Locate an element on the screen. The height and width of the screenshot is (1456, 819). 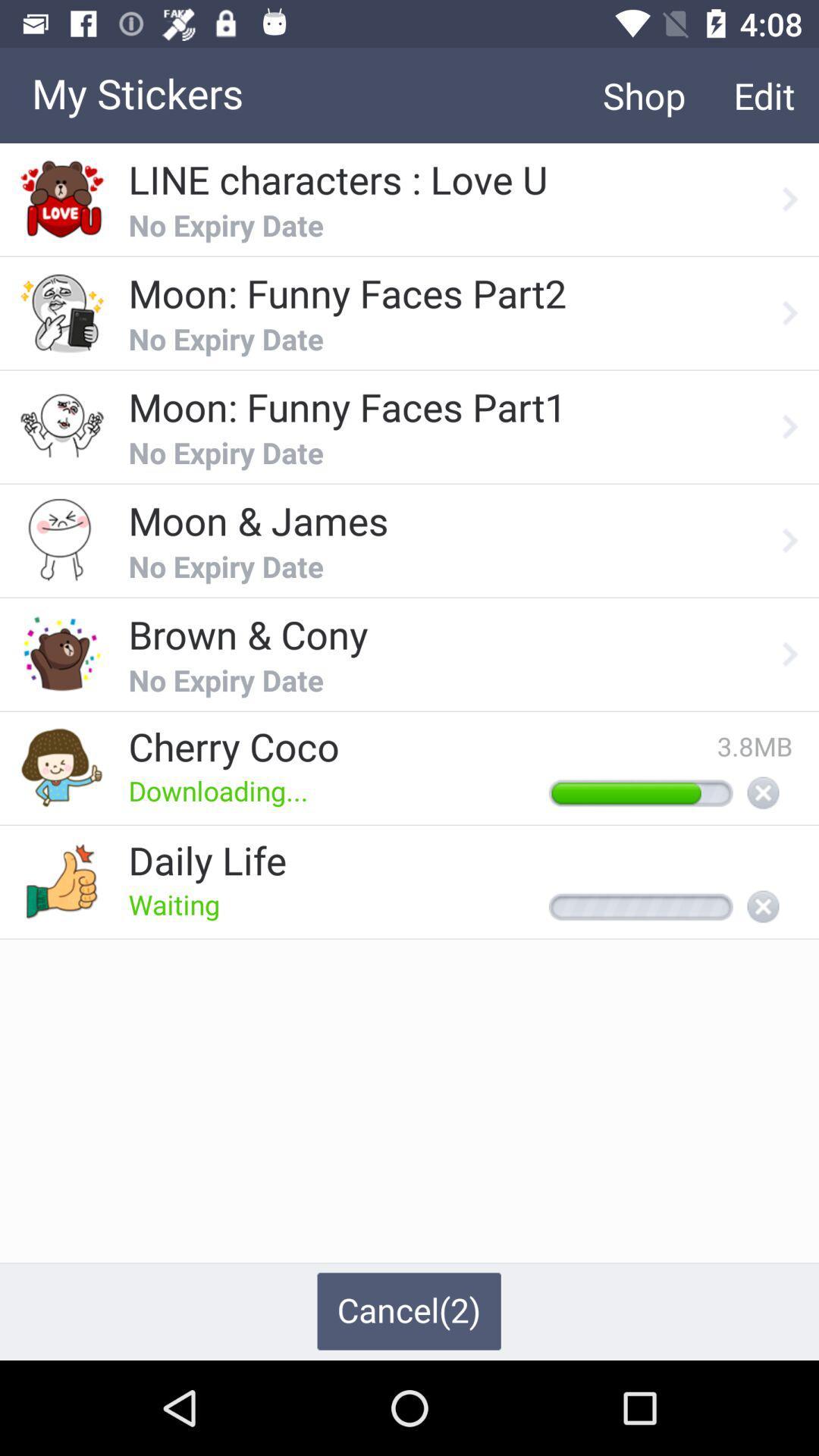
go close is located at coordinates (763, 908).